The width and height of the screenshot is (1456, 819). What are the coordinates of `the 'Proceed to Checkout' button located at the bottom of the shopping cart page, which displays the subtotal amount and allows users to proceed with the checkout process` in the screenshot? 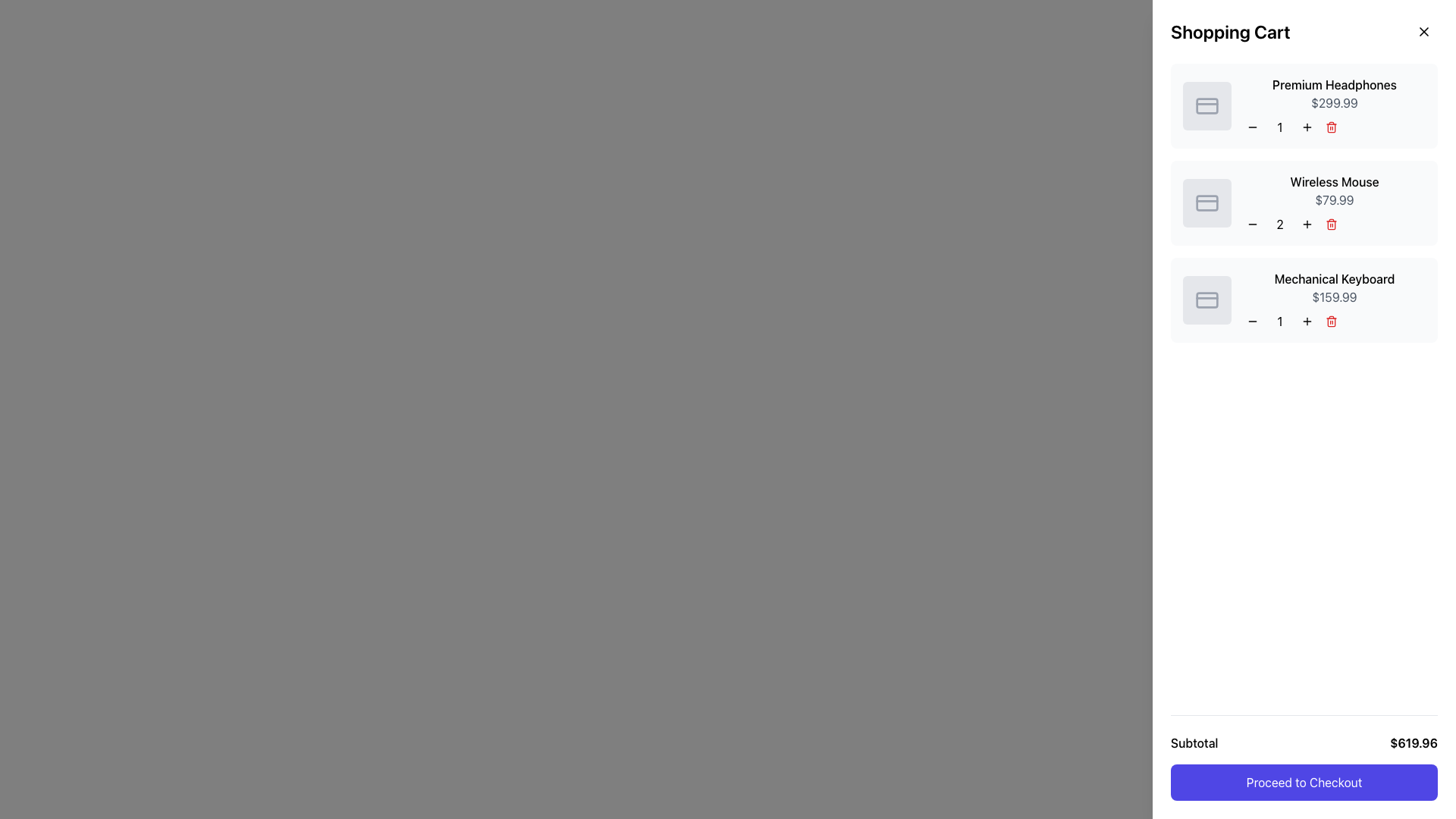 It's located at (1303, 758).